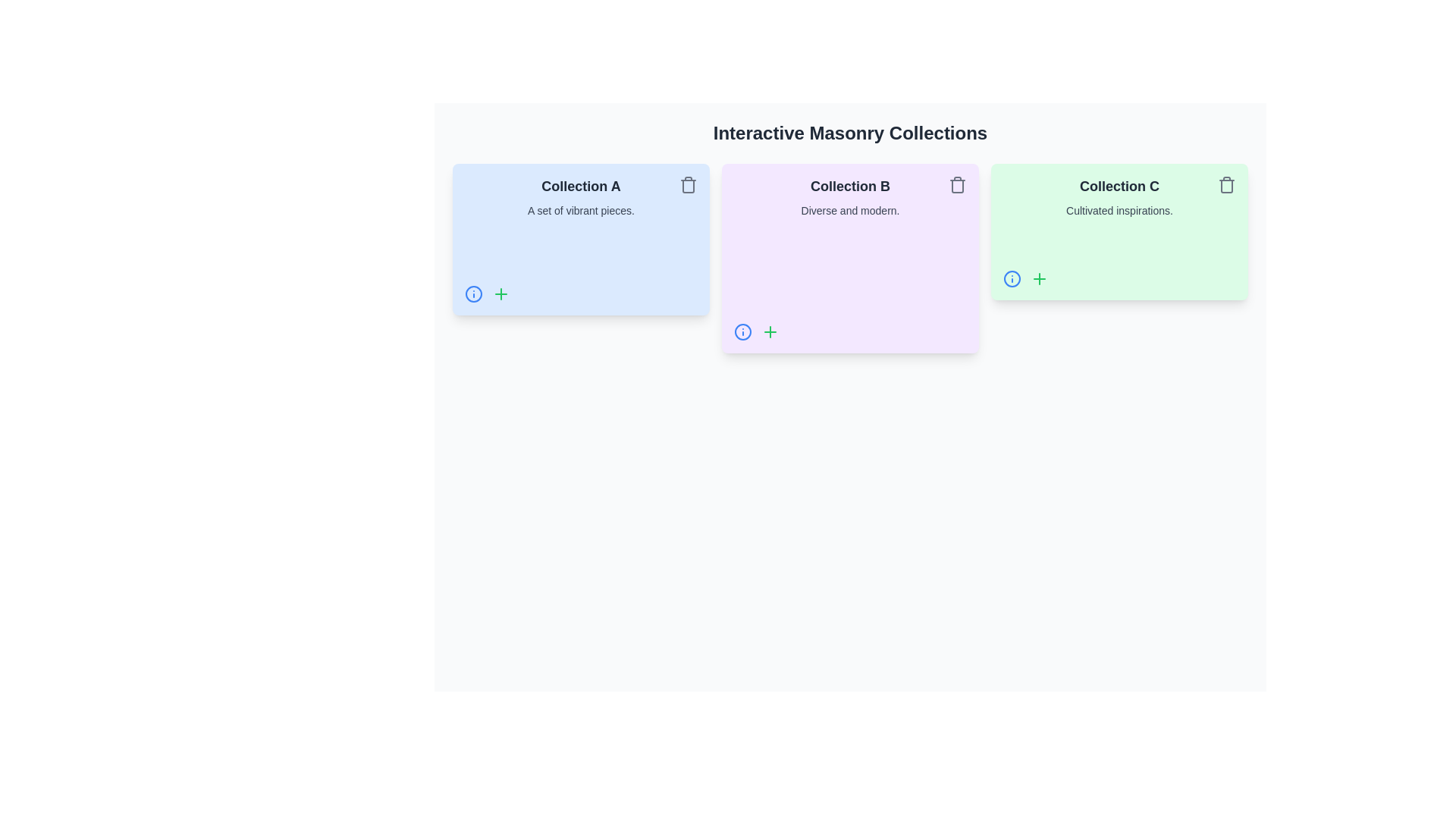 The width and height of the screenshot is (1456, 819). Describe the element at coordinates (956, 184) in the screenshot. I see `the trash icon button located in the top-right corner of the purple card labeled 'Collection B' to observe the color change` at that location.